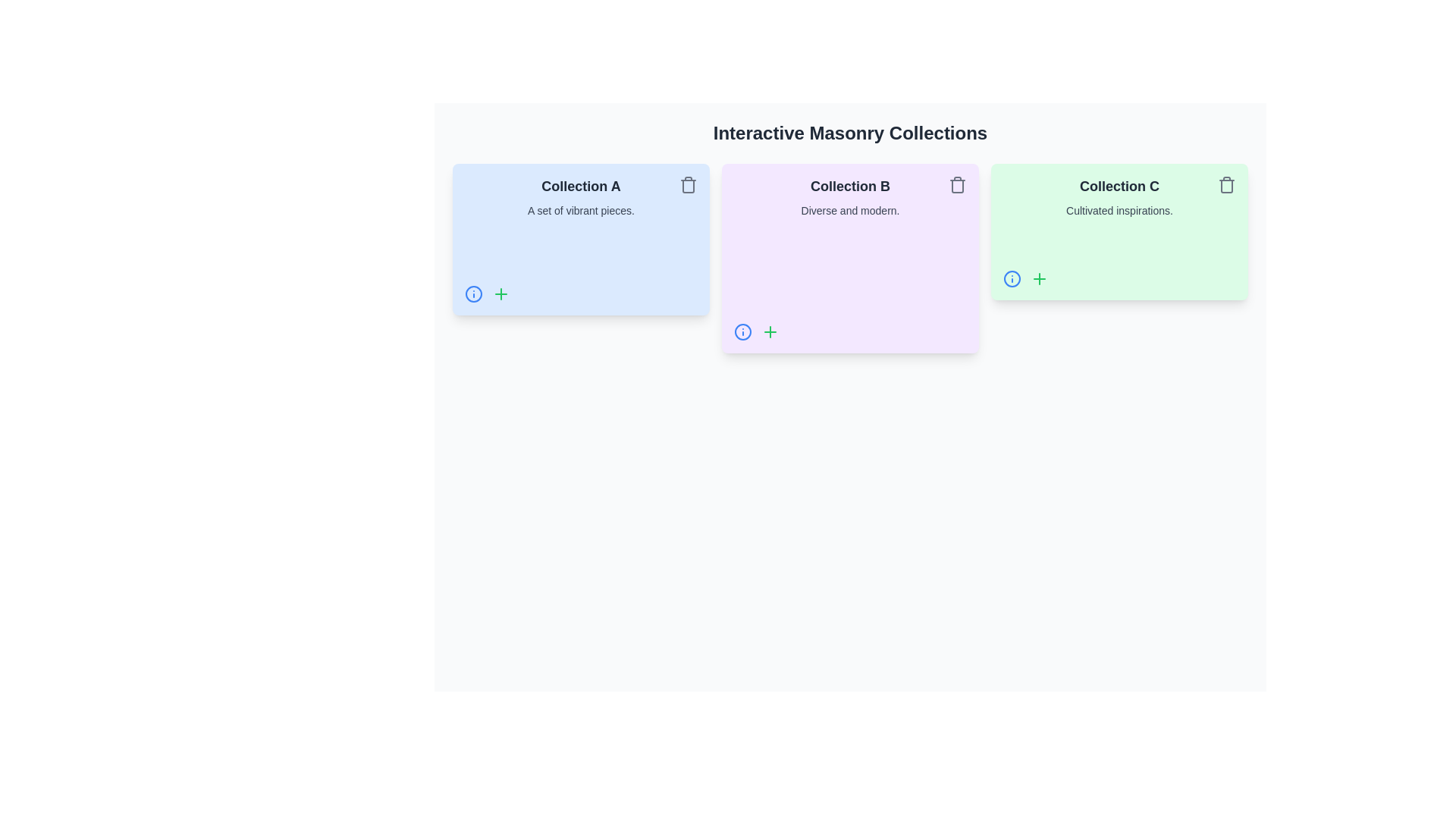 The width and height of the screenshot is (1456, 819). Describe the element at coordinates (956, 184) in the screenshot. I see `the trash icon button located in the top-right corner of the purple card labeled 'Collection B' to observe the color change` at that location.